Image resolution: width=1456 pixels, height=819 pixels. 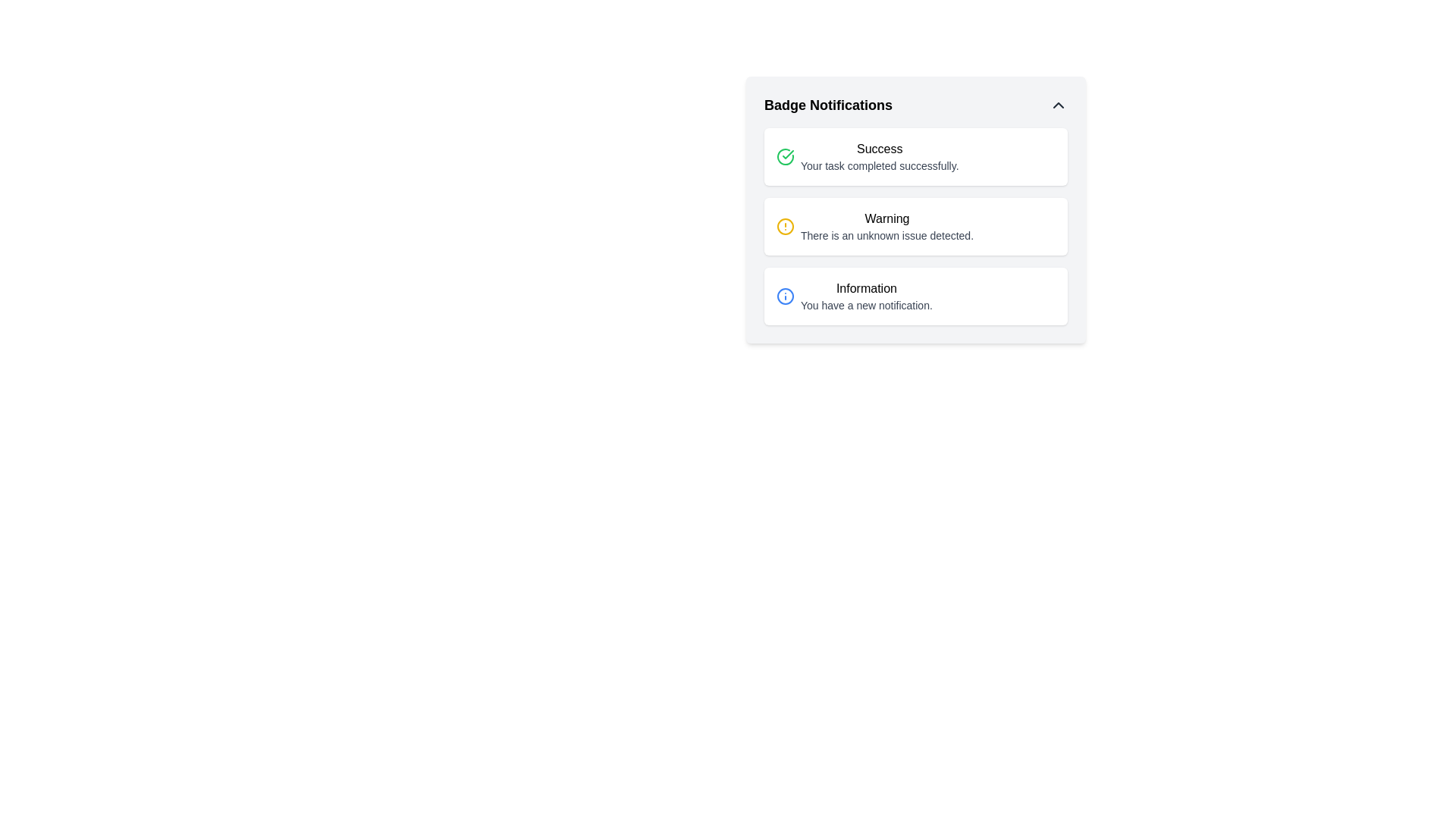 What do you see at coordinates (786, 296) in the screenshot?
I see `the blue circular shape that is part of the 'Information' notification SVG icon, located in the notification interface` at bounding box center [786, 296].